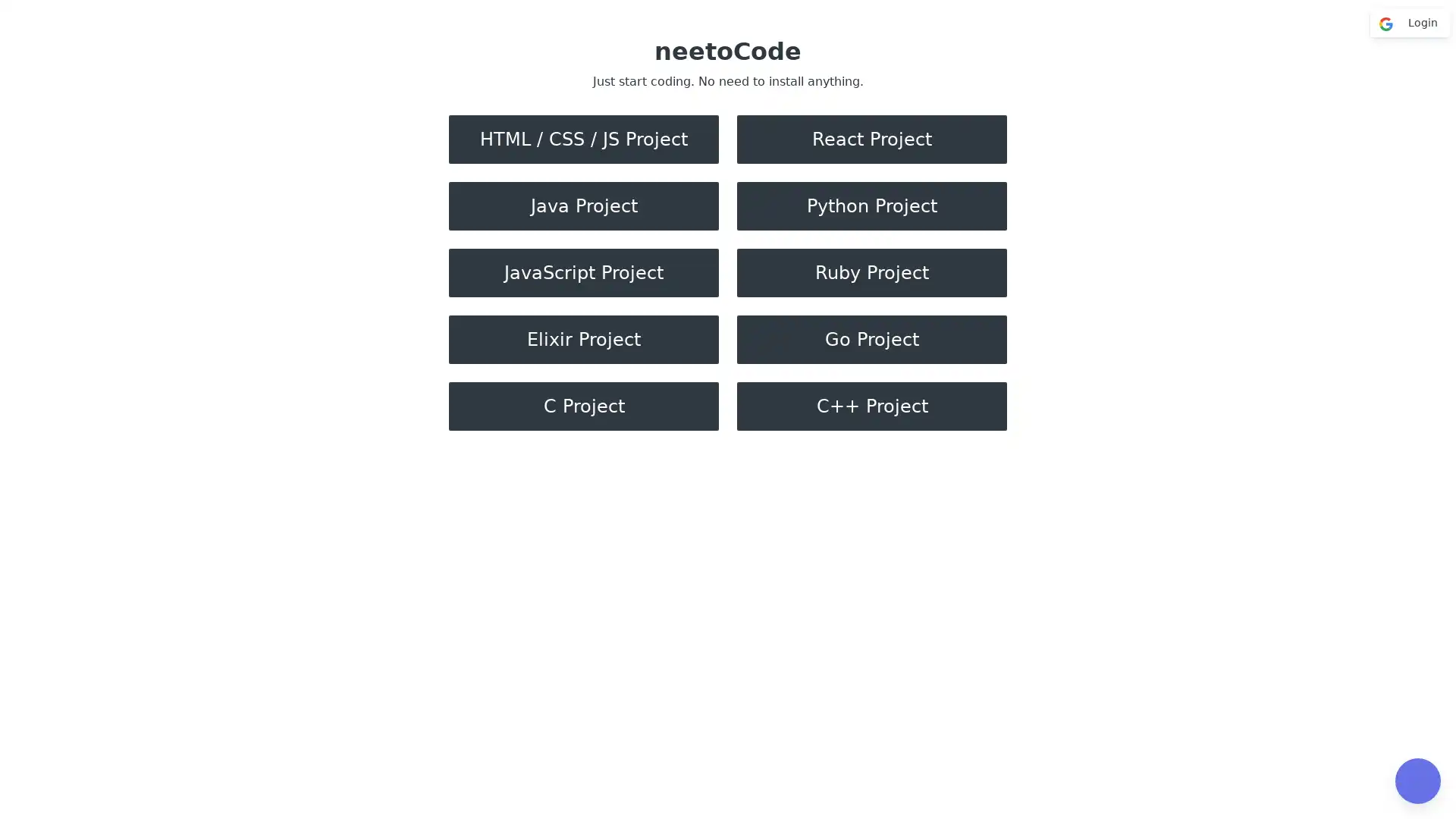 The height and width of the screenshot is (819, 1456). Describe the element at coordinates (872, 338) in the screenshot. I see `Go Project` at that location.